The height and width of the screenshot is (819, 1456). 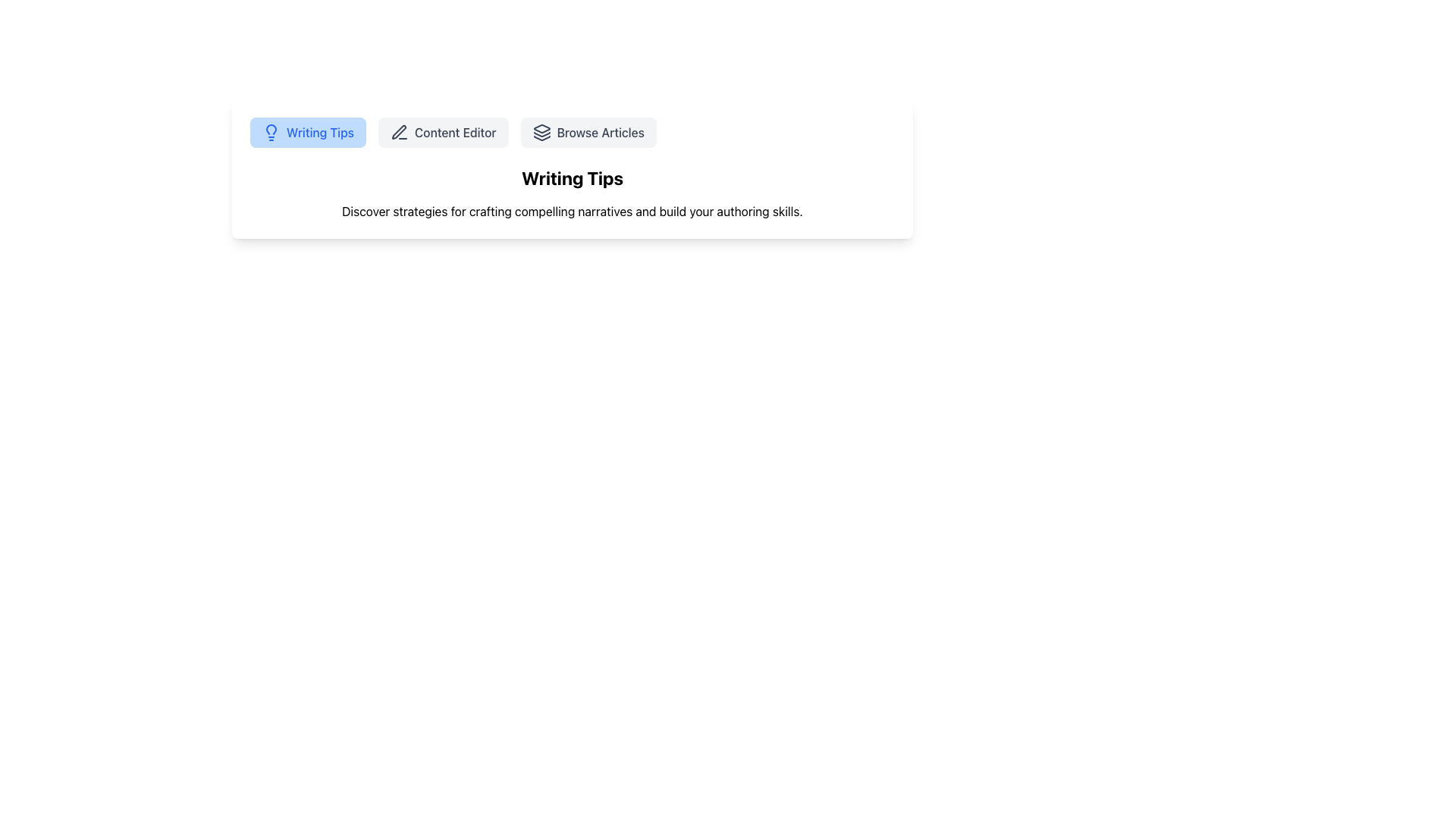 What do you see at coordinates (307, 131) in the screenshot?
I see `the first button in the row of three buttons that navigates to writing tips` at bounding box center [307, 131].